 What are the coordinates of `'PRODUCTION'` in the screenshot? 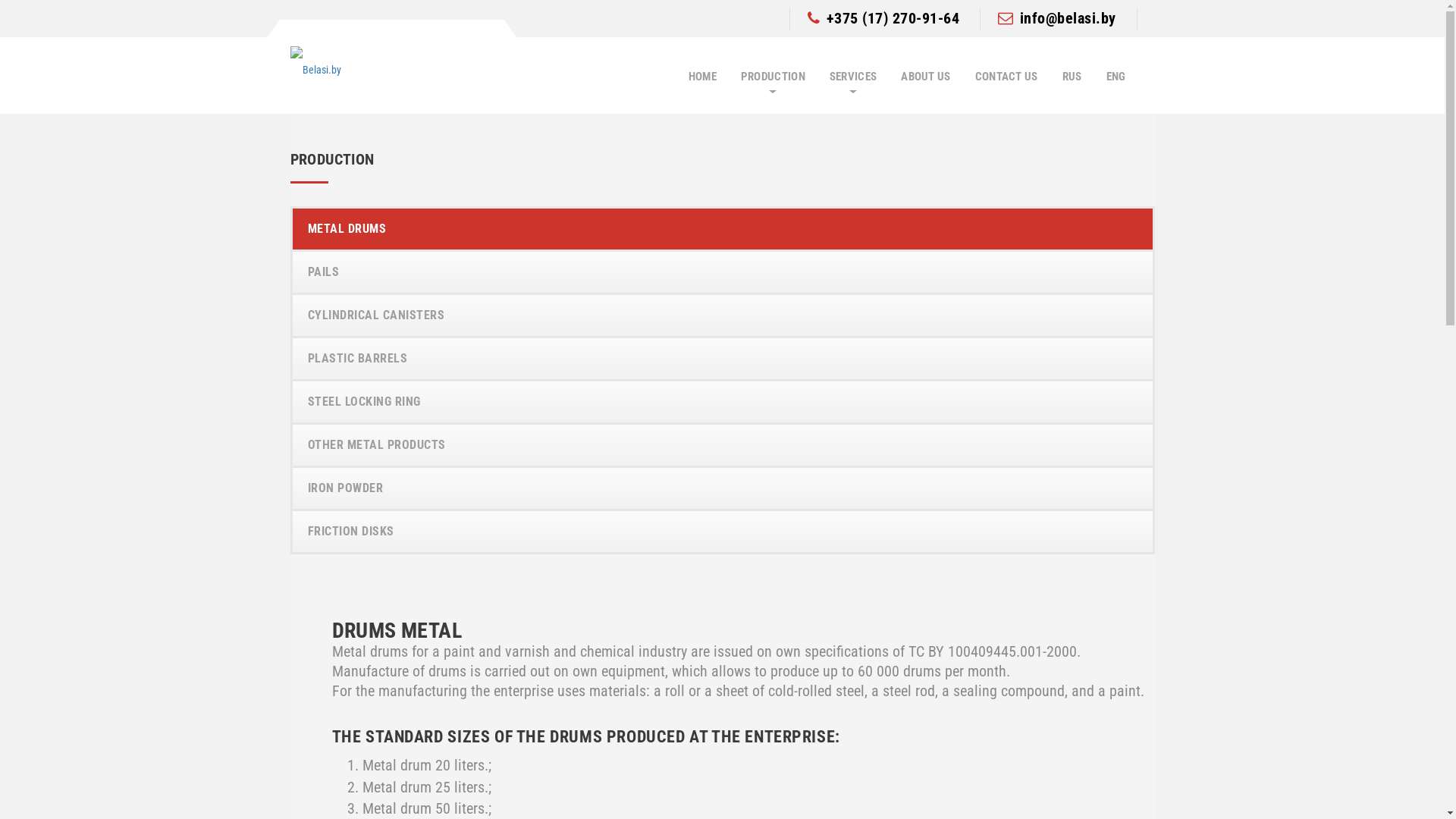 It's located at (773, 77).